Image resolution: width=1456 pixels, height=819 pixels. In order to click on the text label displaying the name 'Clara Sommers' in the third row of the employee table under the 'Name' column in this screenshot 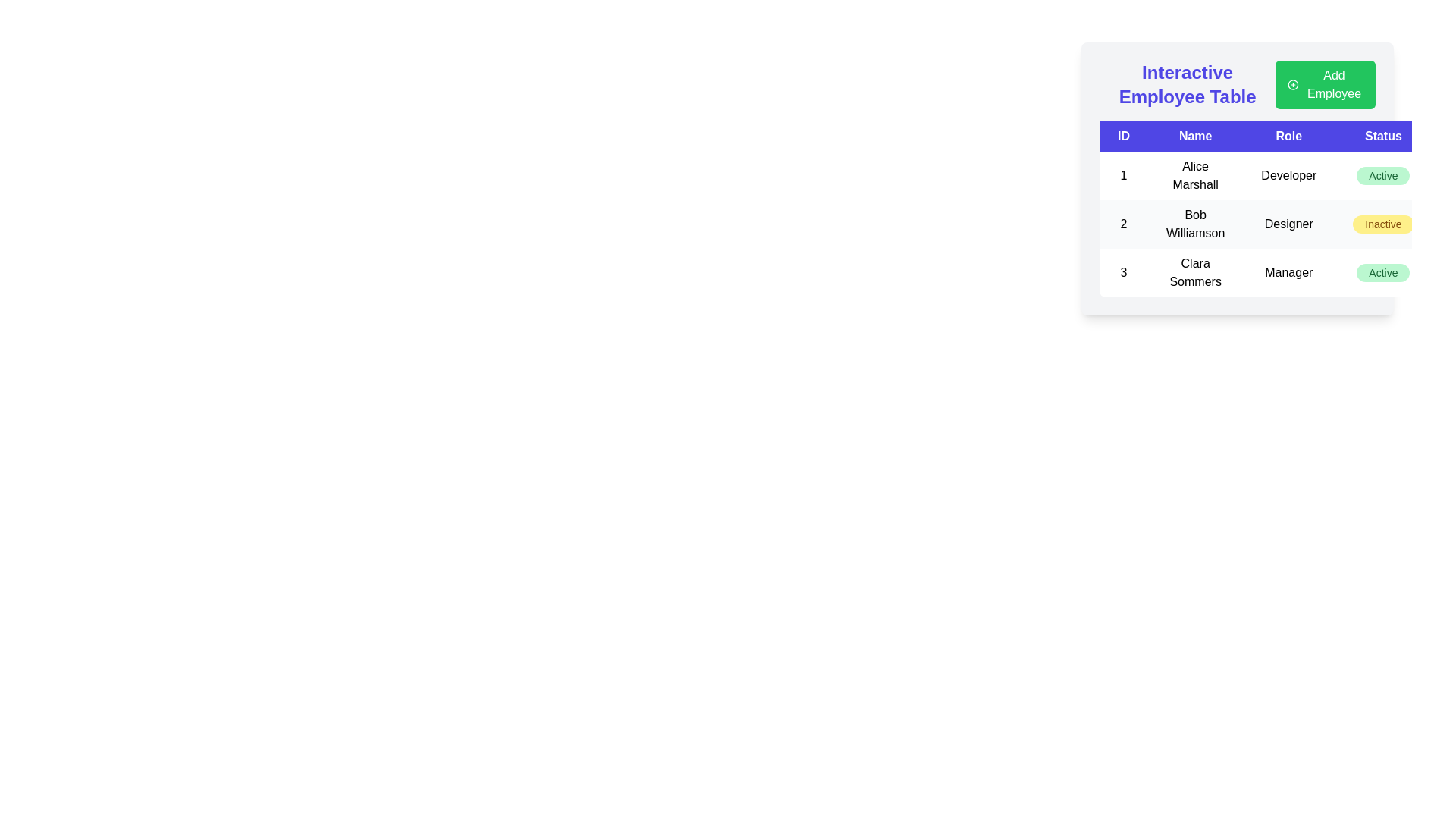, I will do `click(1194, 271)`.